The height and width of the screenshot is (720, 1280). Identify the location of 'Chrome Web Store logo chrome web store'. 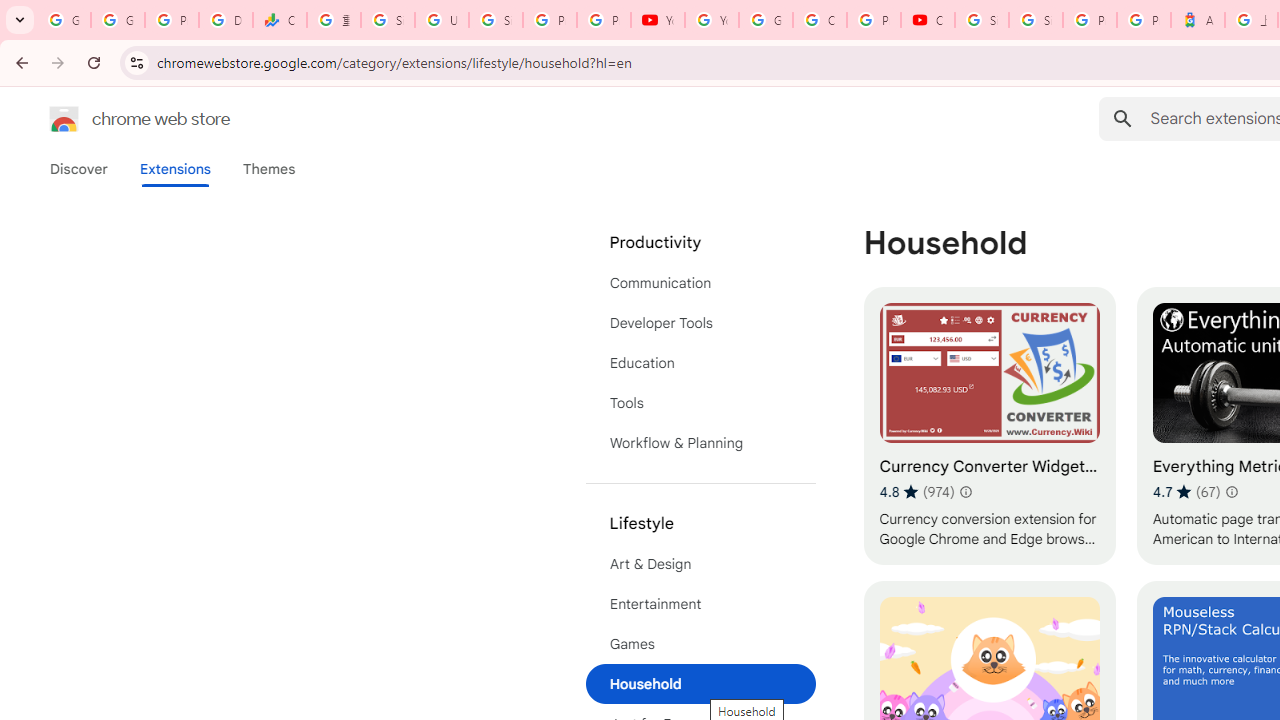
(118, 119).